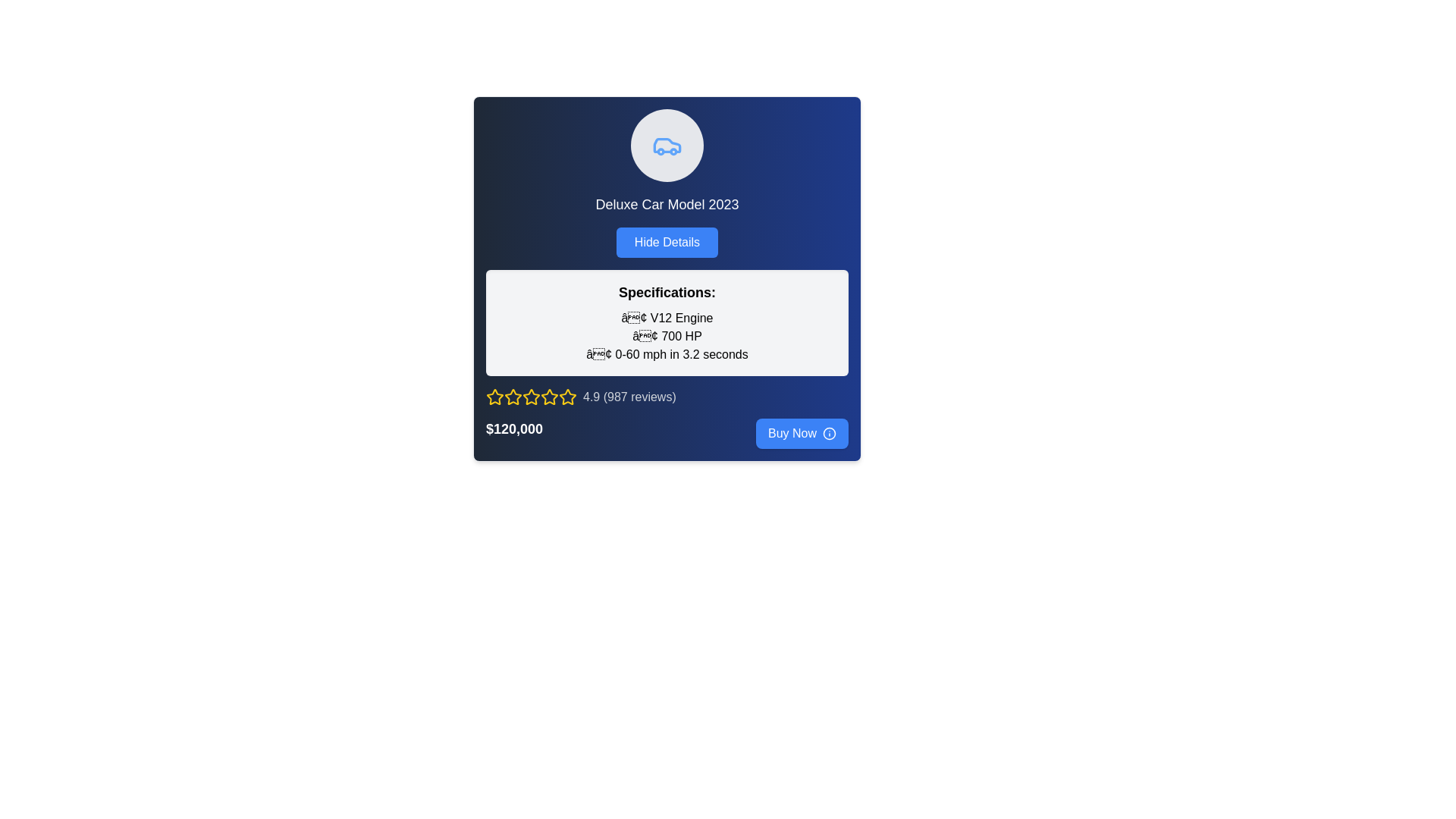 The width and height of the screenshot is (1456, 819). What do you see at coordinates (494, 396) in the screenshot?
I see `the first star icon in the rating display, which has a yellow outline and a dark inner background, located beneath the specifications box of the card` at bounding box center [494, 396].